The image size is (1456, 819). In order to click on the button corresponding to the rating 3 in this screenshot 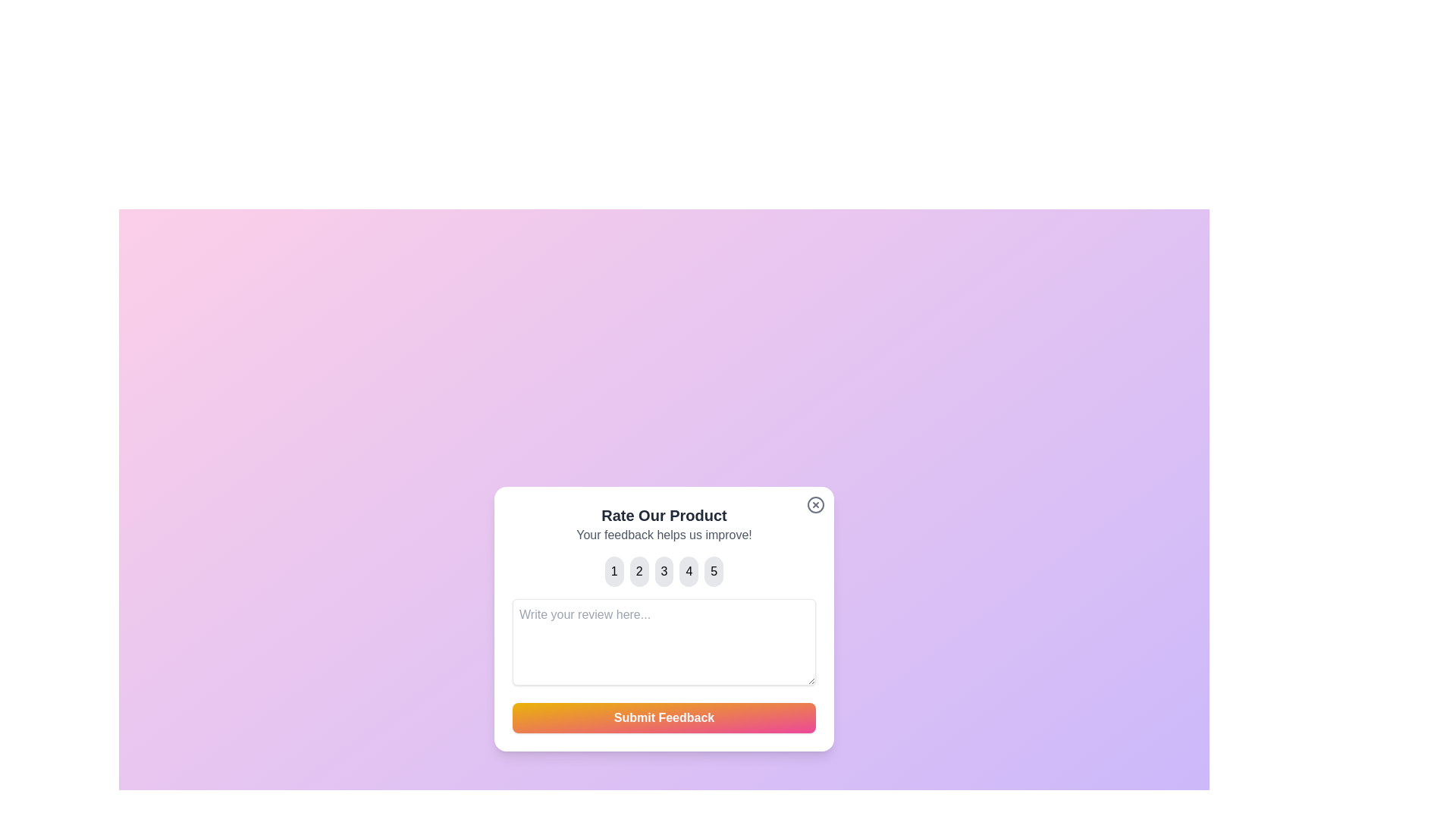, I will do `click(664, 571)`.